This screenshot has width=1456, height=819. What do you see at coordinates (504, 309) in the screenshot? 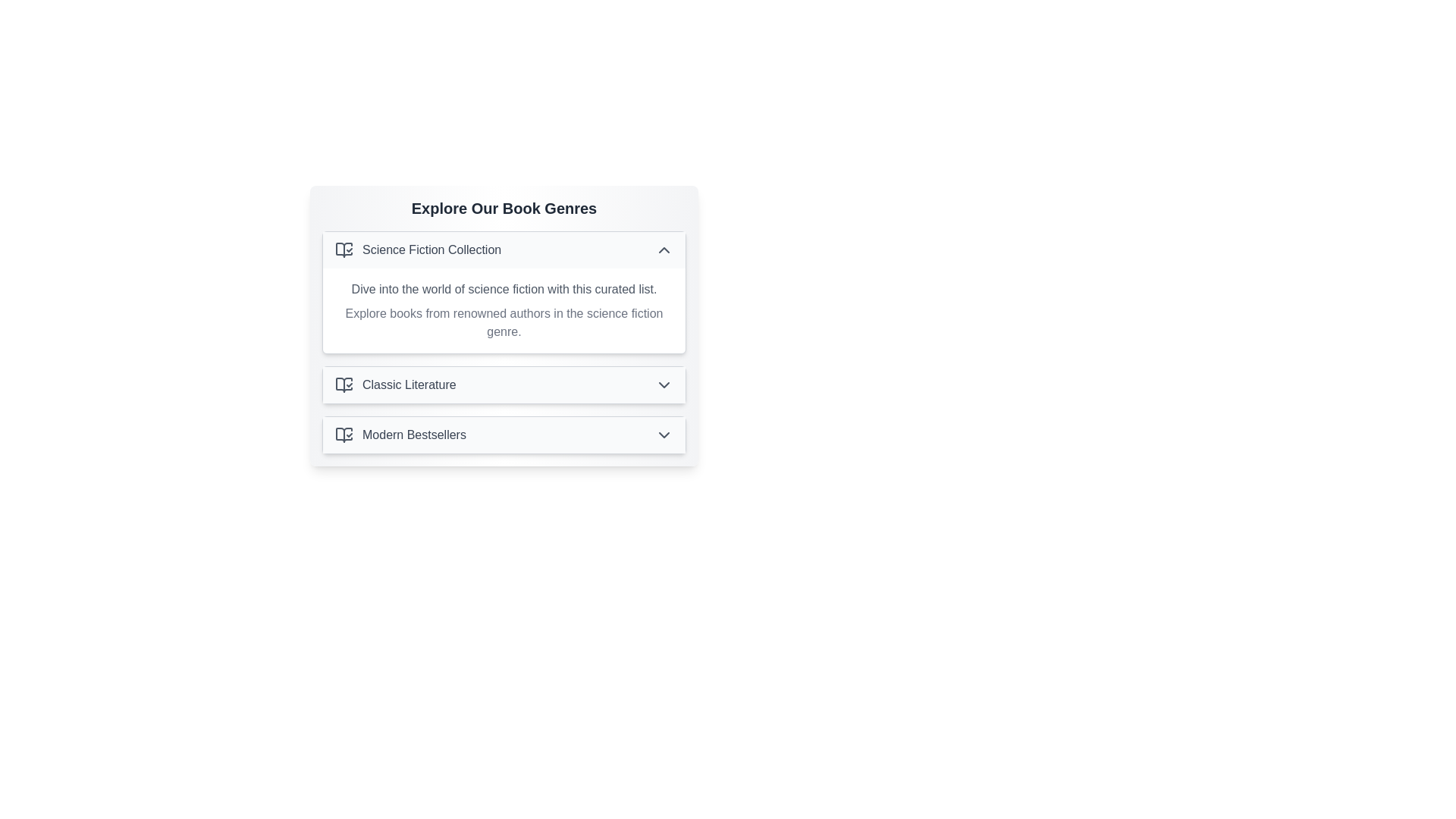
I see `the Text Block containing two lines of text about science fiction books, styled in gray colors, to emphasize it` at bounding box center [504, 309].